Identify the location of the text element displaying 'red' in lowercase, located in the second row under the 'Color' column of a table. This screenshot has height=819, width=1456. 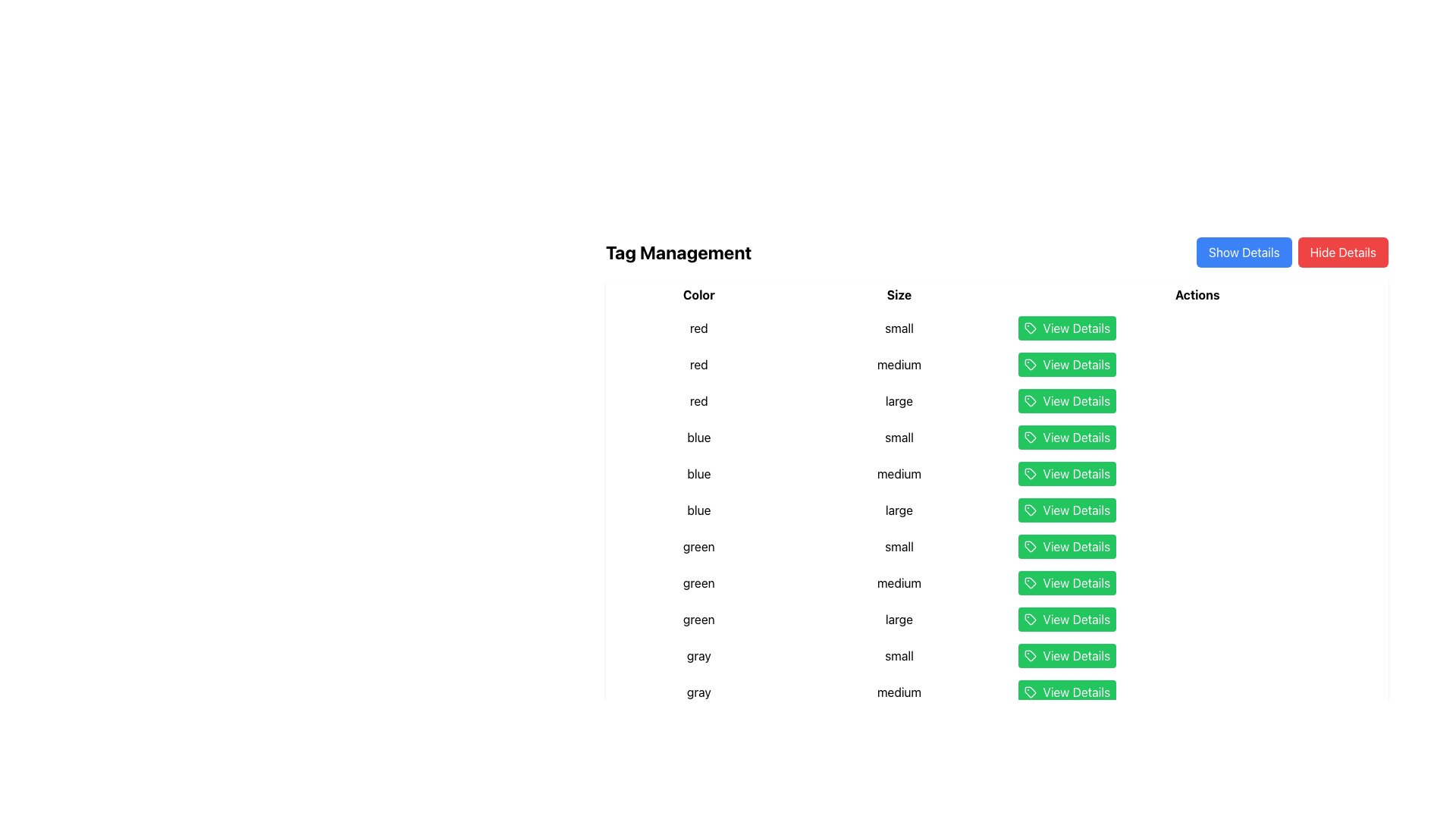
(698, 365).